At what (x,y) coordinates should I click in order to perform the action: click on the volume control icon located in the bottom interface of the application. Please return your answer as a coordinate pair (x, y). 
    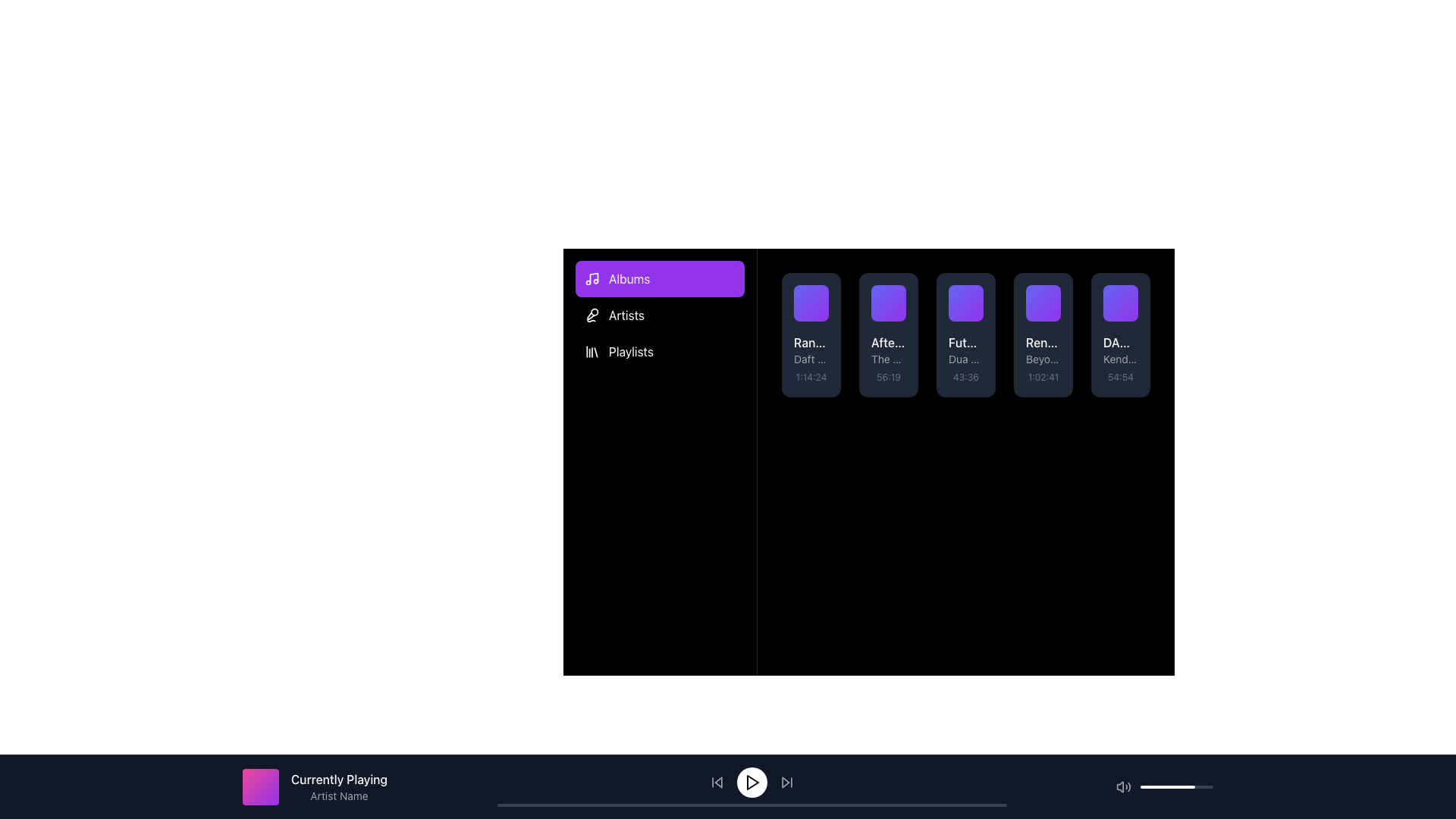
    Looking at the image, I should click on (1120, 786).